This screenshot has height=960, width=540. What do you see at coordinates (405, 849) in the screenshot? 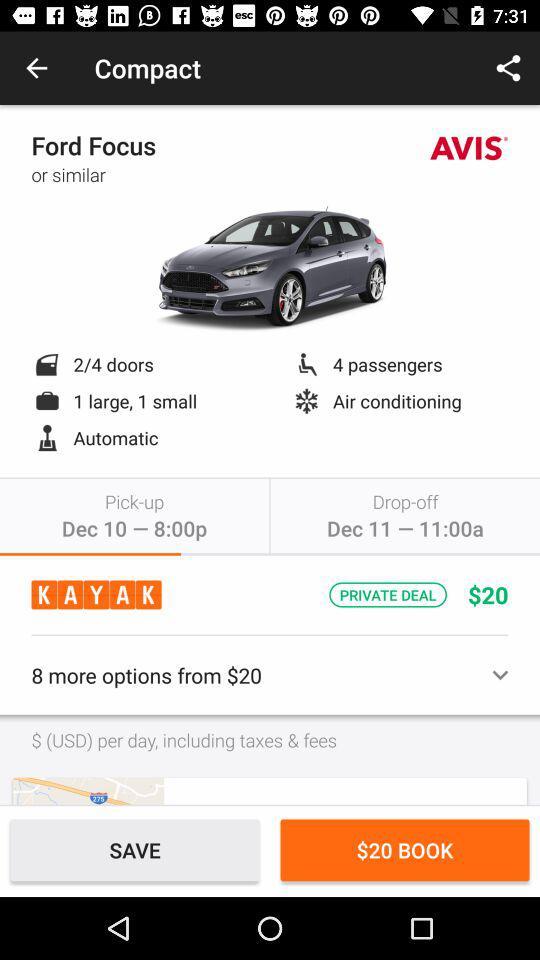
I see `$20 book icon` at bounding box center [405, 849].